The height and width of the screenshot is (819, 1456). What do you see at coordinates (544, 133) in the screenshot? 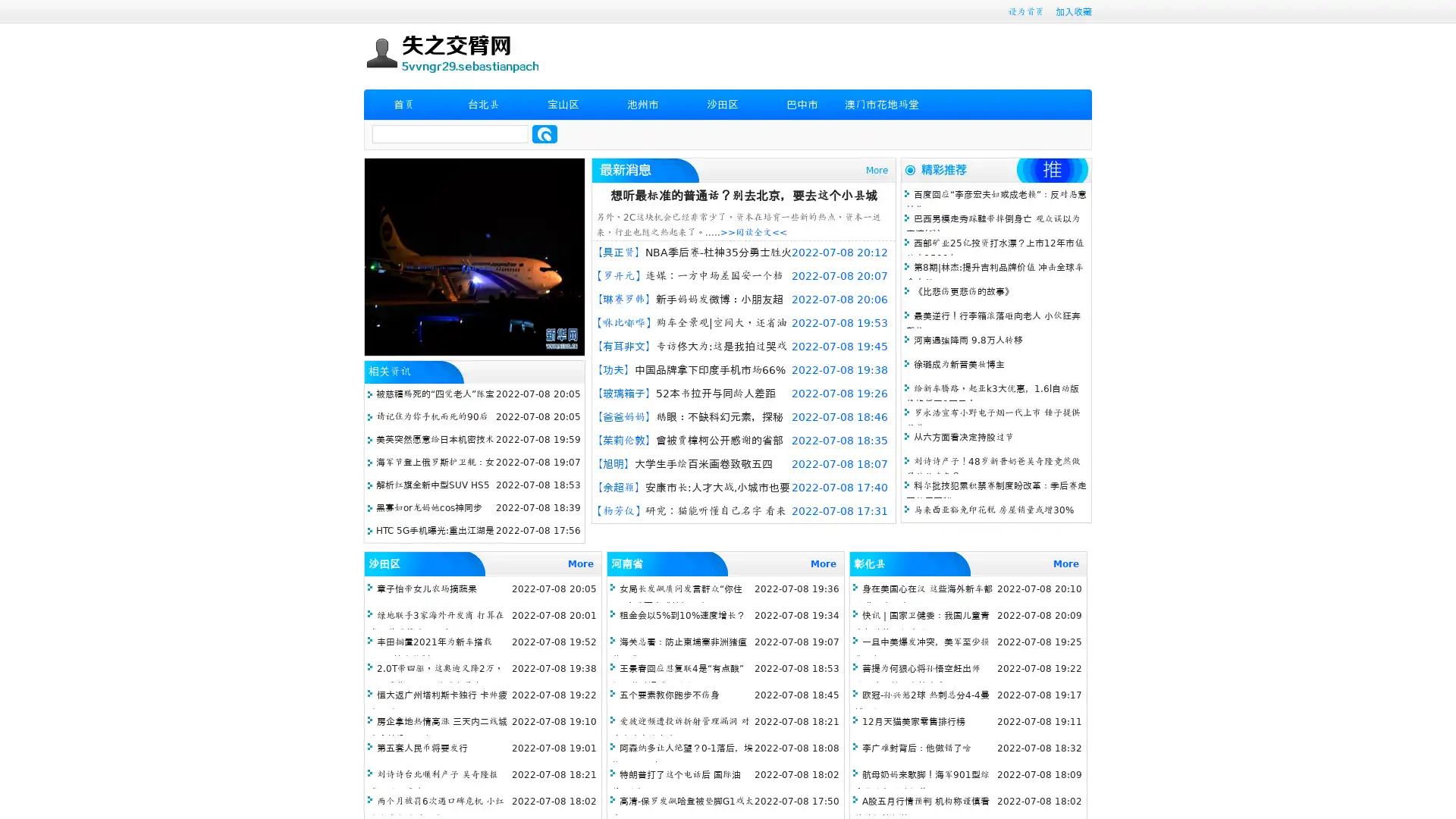
I see `Search` at bounding box center [544, 133].